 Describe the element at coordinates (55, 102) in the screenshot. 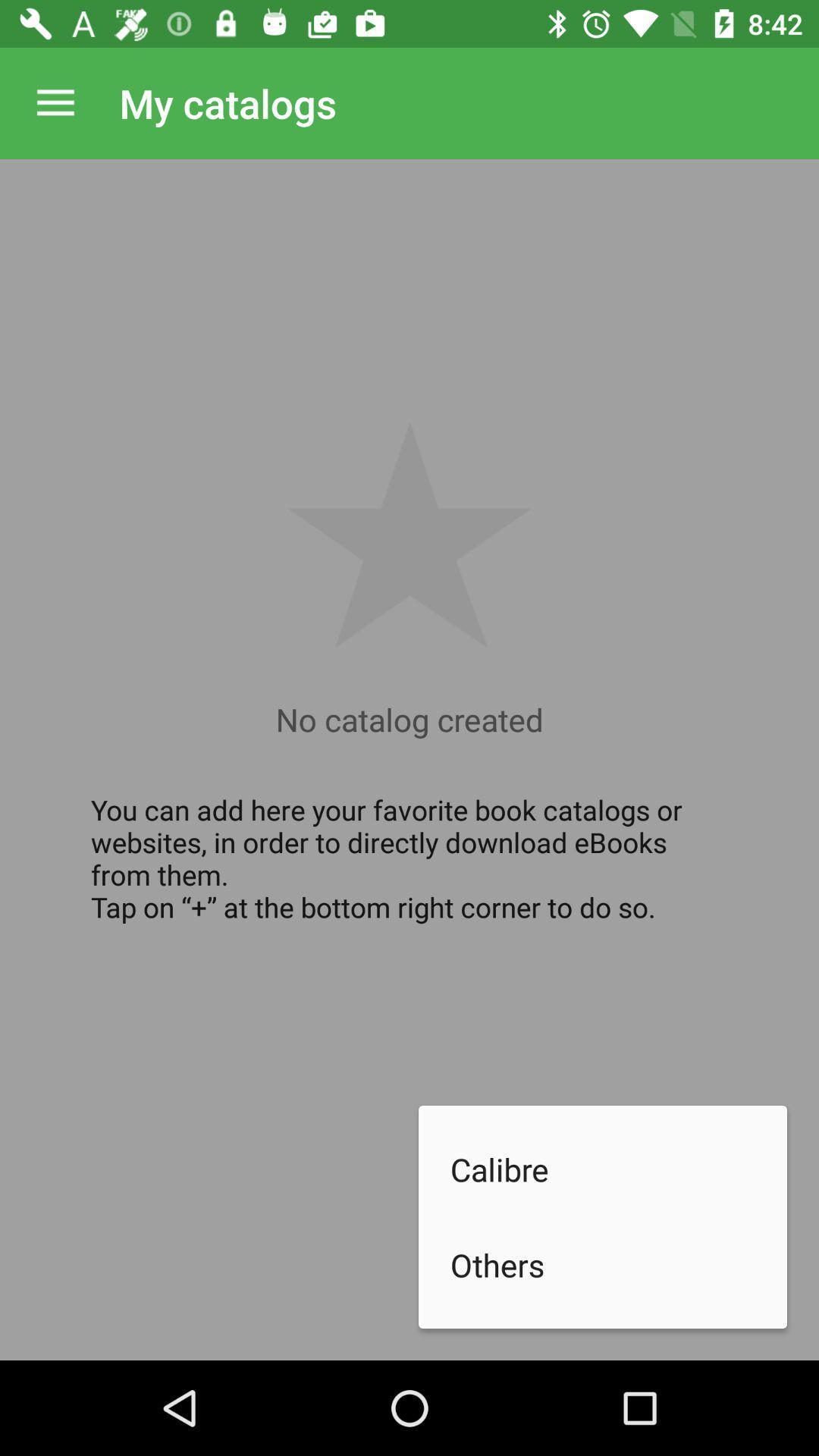

I see `item next to the my catalogs` at that location.